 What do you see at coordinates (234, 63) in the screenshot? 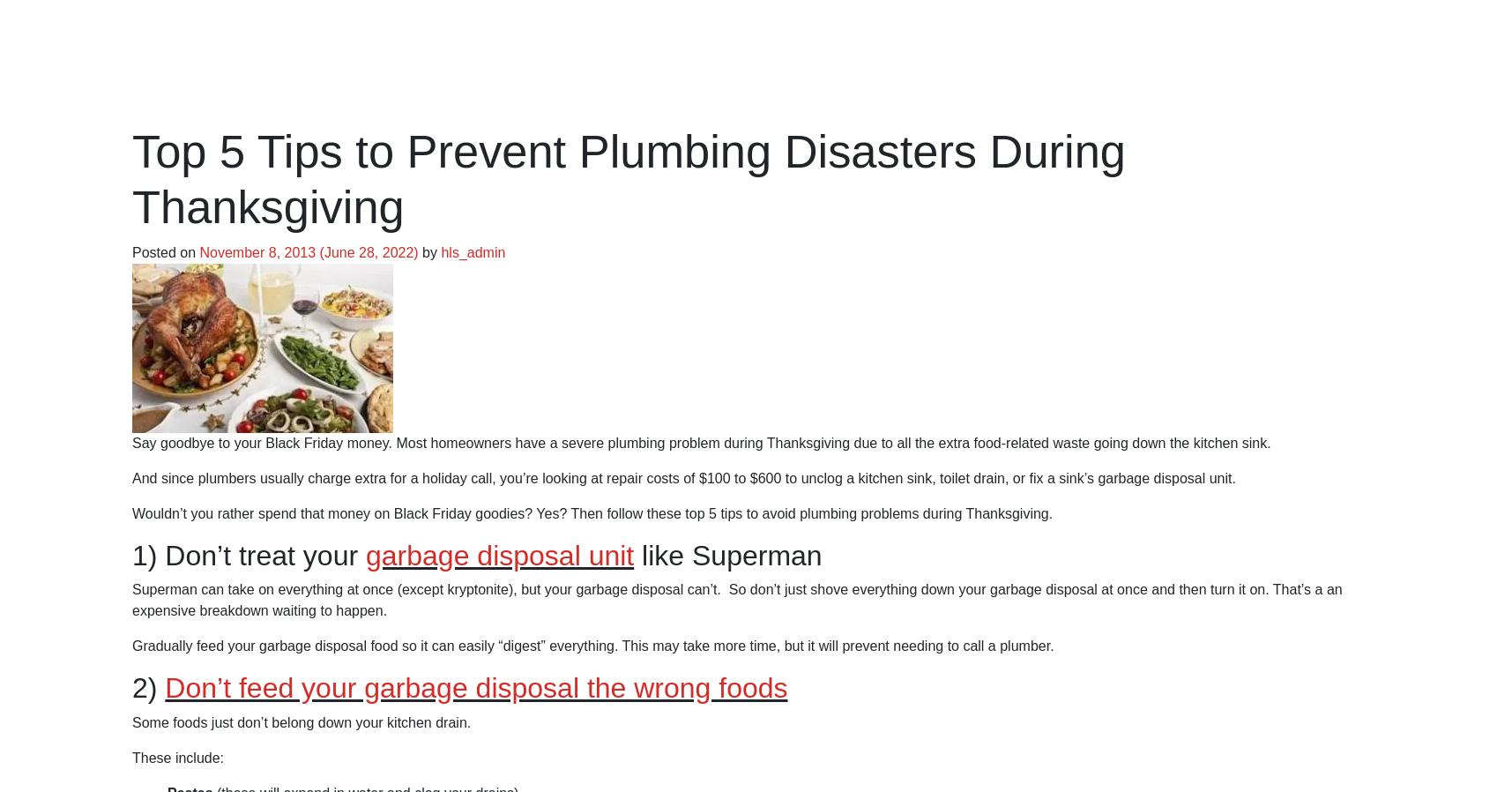
I see `'Facial cleansing pads'` at bounding box center [234, 63].